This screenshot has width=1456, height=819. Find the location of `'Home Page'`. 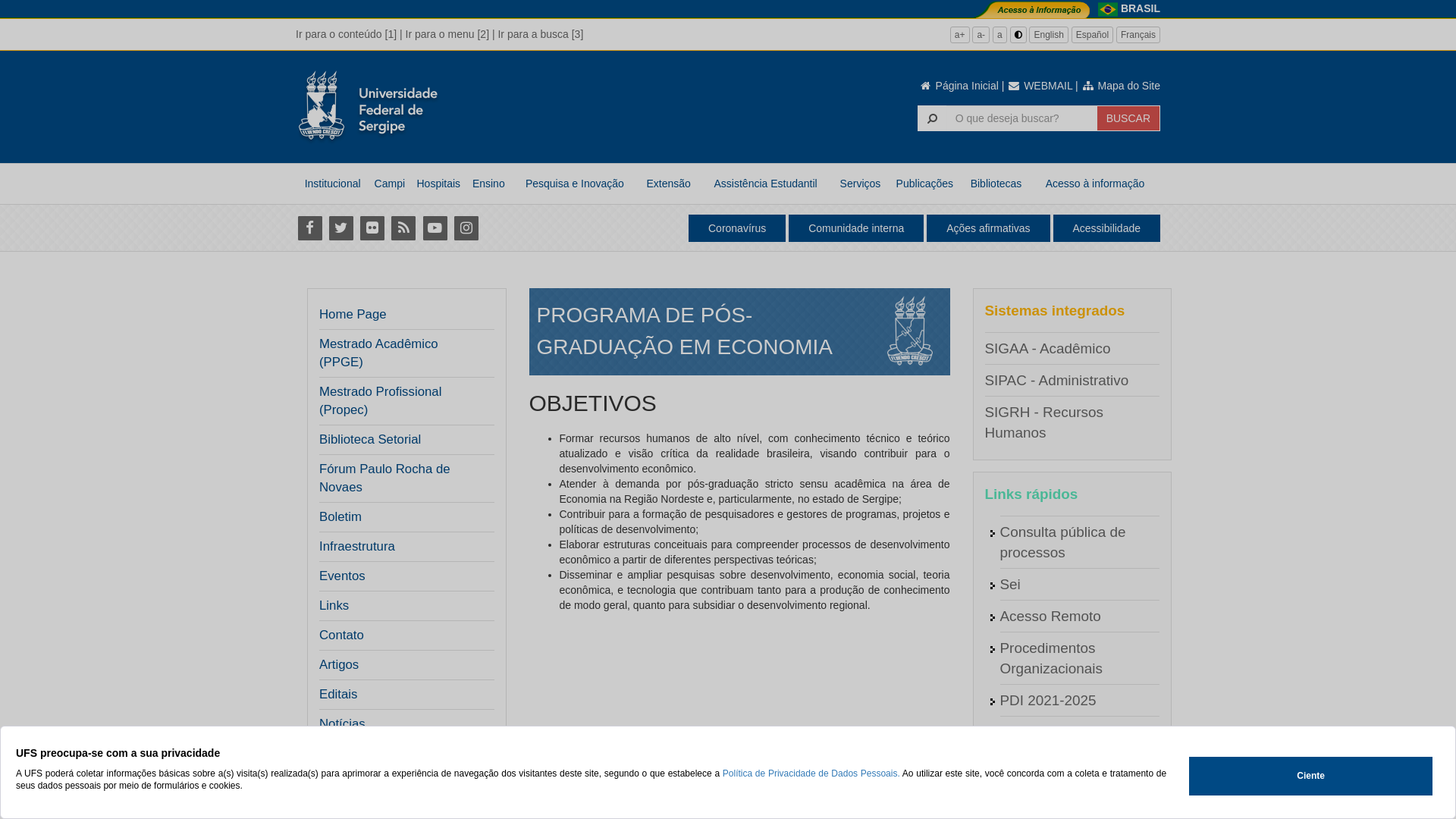

'Home Page' is located at coordinates (318, 314).